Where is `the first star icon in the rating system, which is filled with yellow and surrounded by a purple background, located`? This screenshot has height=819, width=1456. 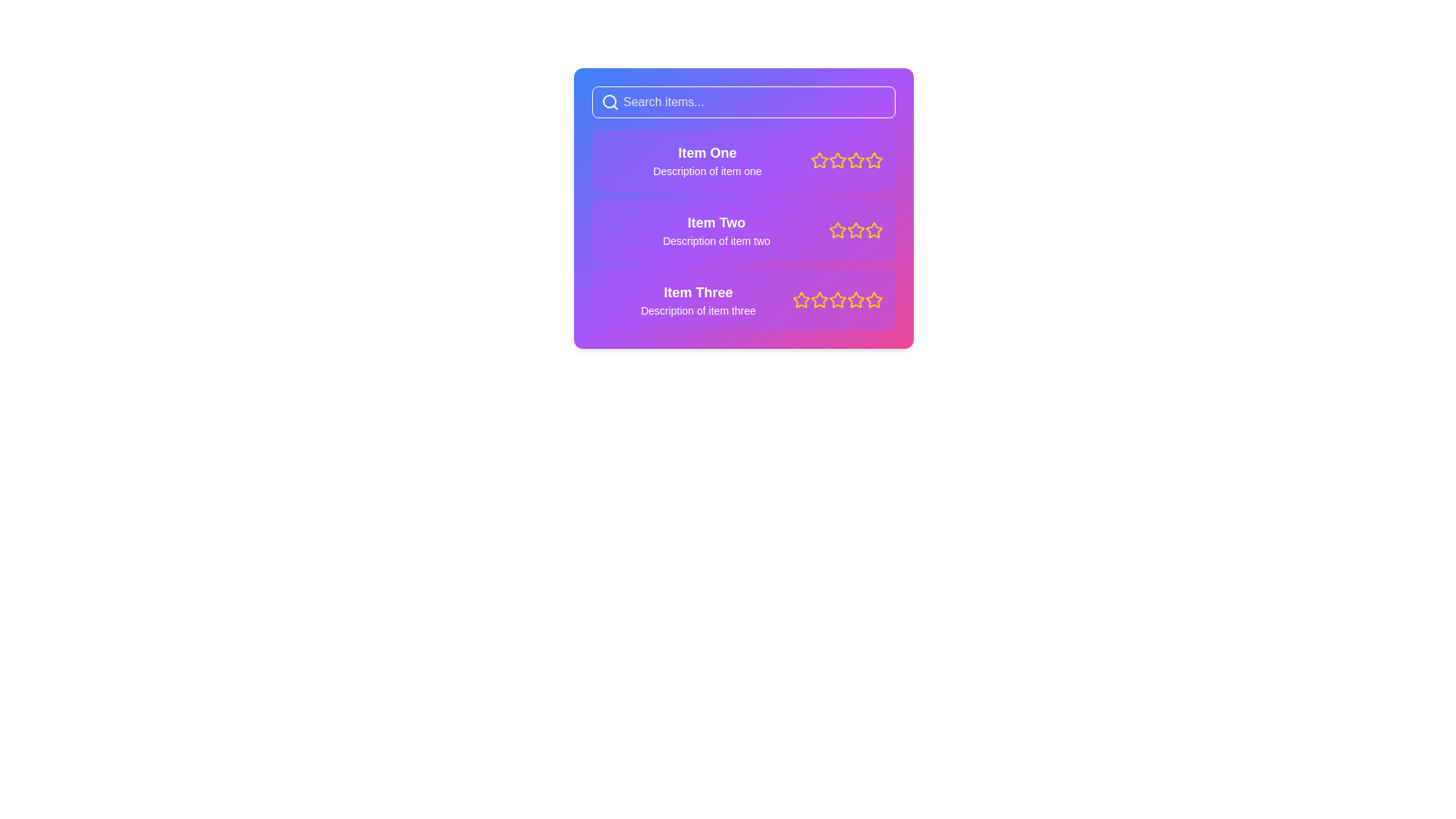 the first star icon in the rating system, which is filled with yellow and surrounded by a purple background, located is located at coordinates (818, 161).